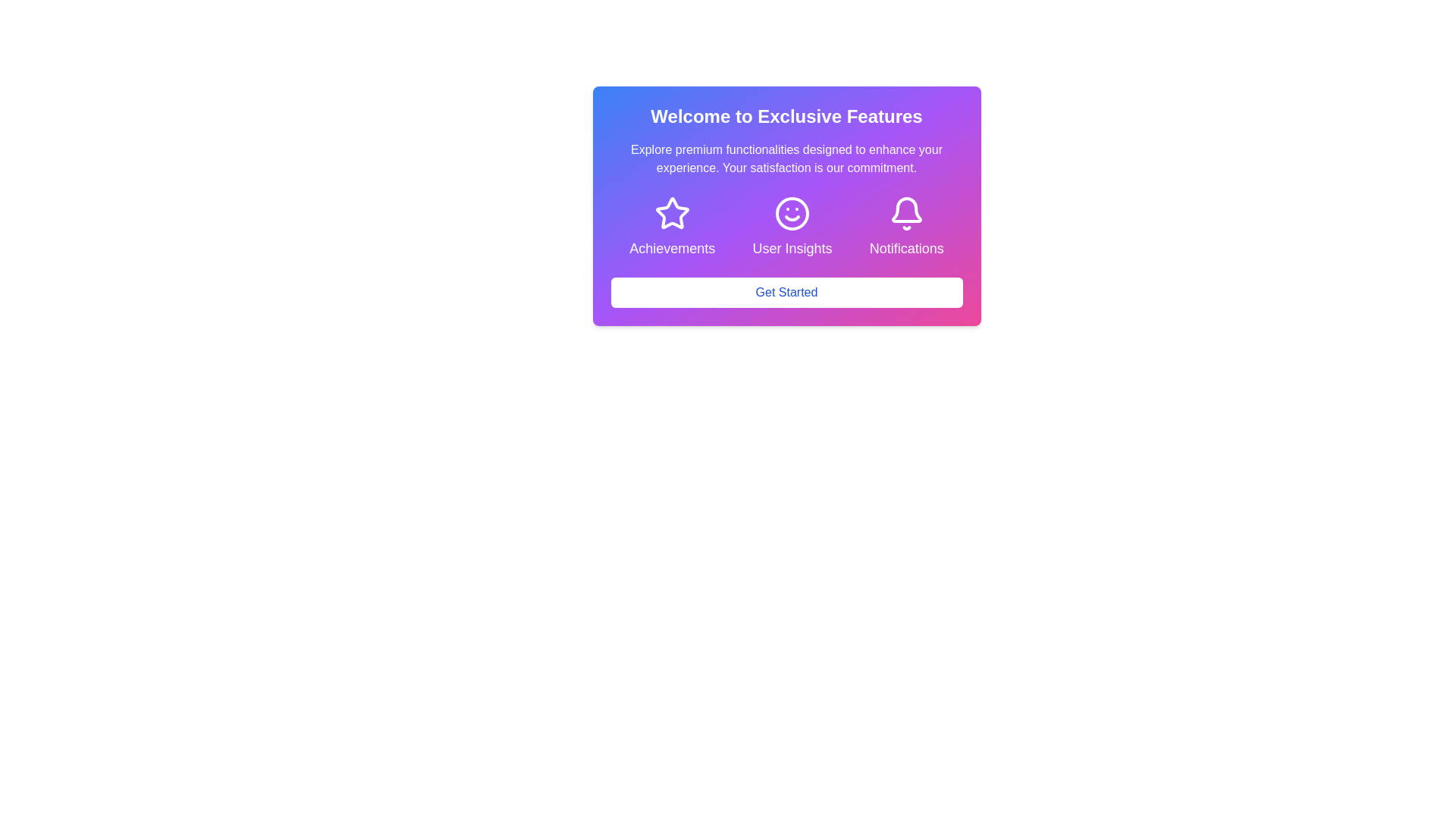 This screenshot has width=1456, height=819. Describe the element at coordinates (671, 213) in the screenshot. I see `the star icon representing the 'Achievements' feature, located in the left-most section of the interface's feature panel, directly above the 'Achievements' label` at that location.